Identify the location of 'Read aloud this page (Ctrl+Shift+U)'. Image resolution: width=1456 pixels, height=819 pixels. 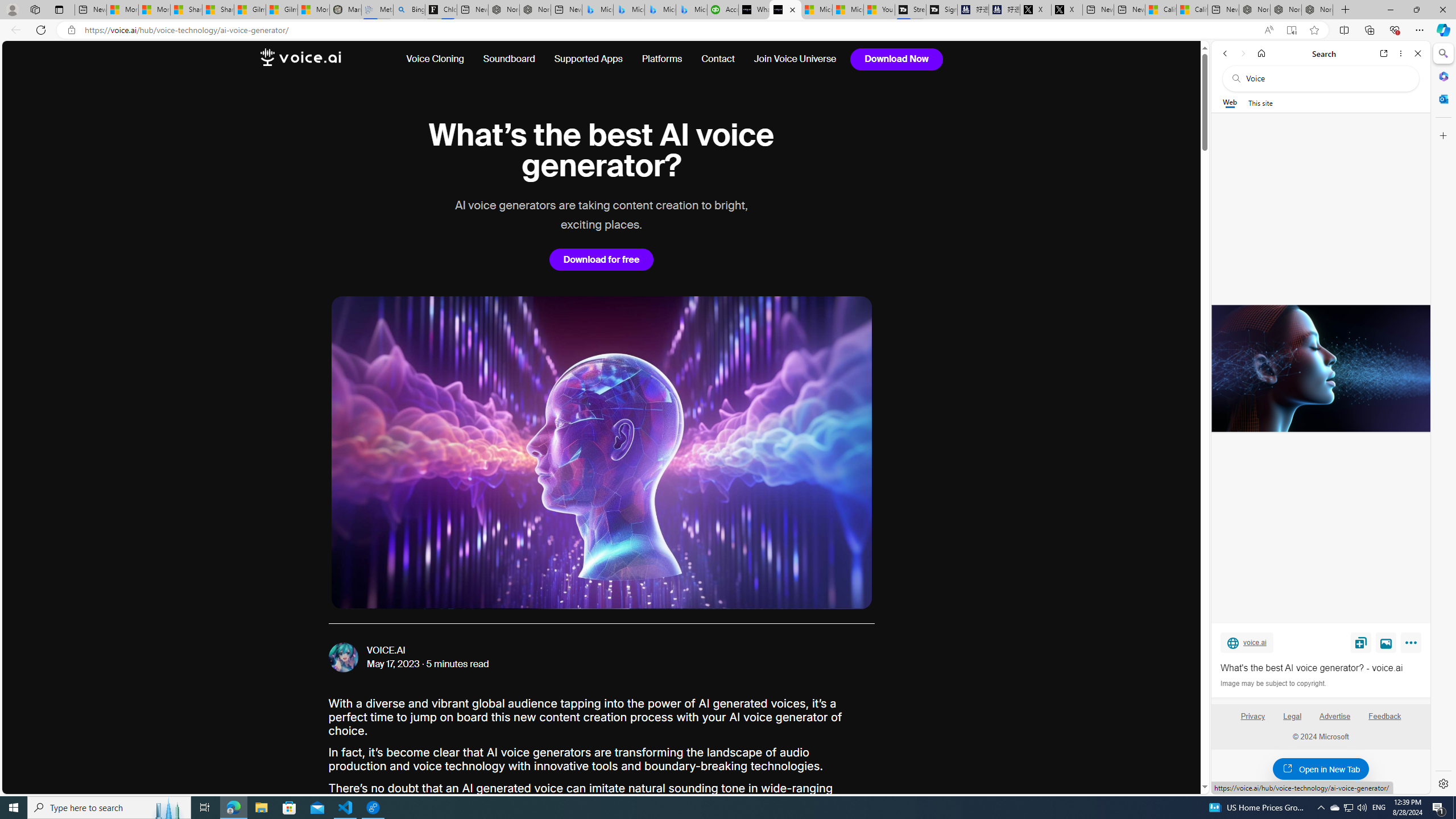
(1268, 30).